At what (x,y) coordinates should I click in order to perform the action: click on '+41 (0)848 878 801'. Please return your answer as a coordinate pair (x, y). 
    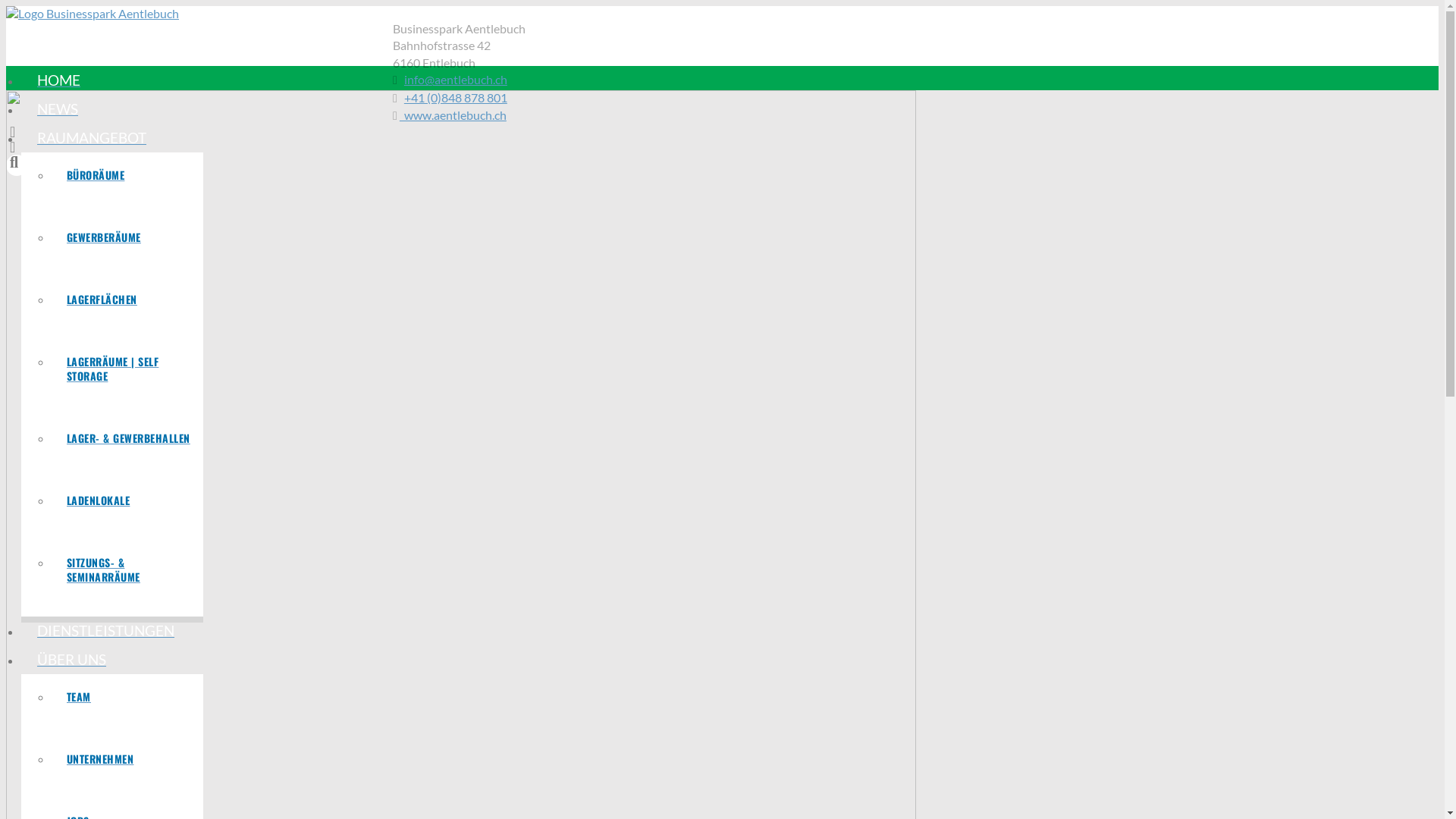
    Looking at the image, I should click on (454, 97).